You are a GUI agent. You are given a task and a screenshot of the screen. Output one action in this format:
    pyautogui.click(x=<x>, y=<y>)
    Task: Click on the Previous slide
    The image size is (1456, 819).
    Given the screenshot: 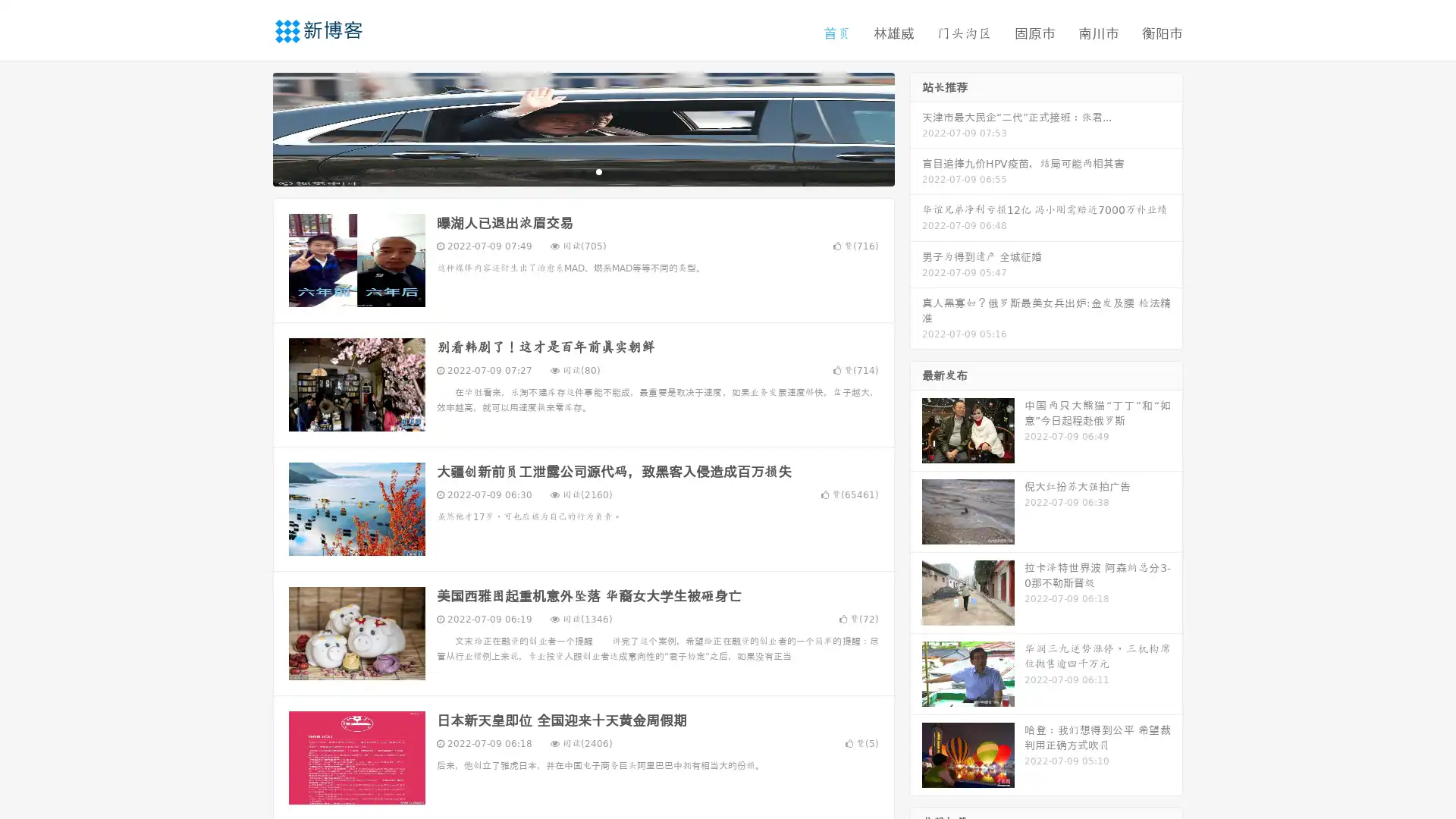 What is the action you would take?
    pyautogui.click(x=250, y=127)
    